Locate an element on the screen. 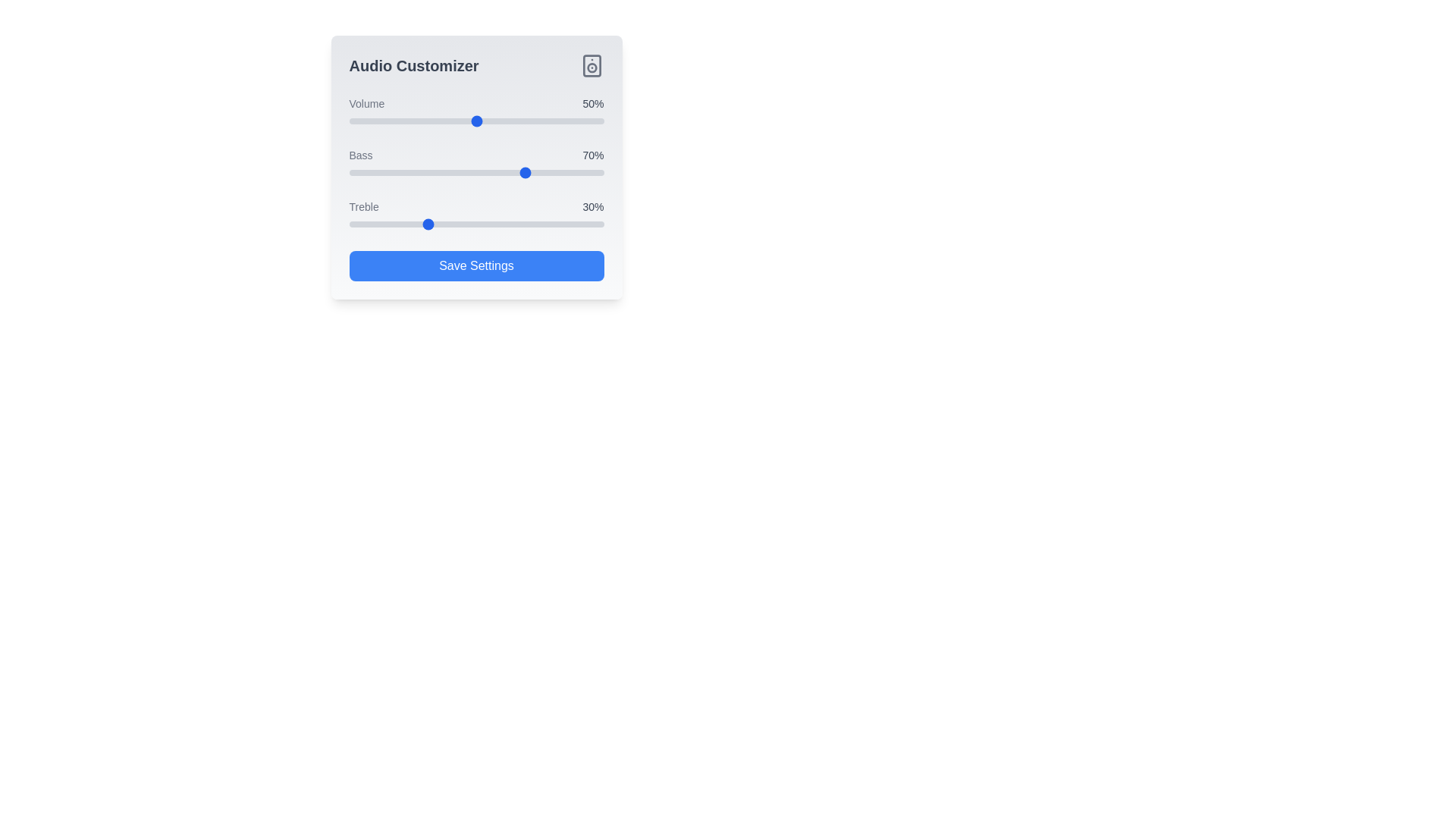 The image size is (1456, 819). the treble slider to set the treble level to 54% is located at coordinates (486, 224).